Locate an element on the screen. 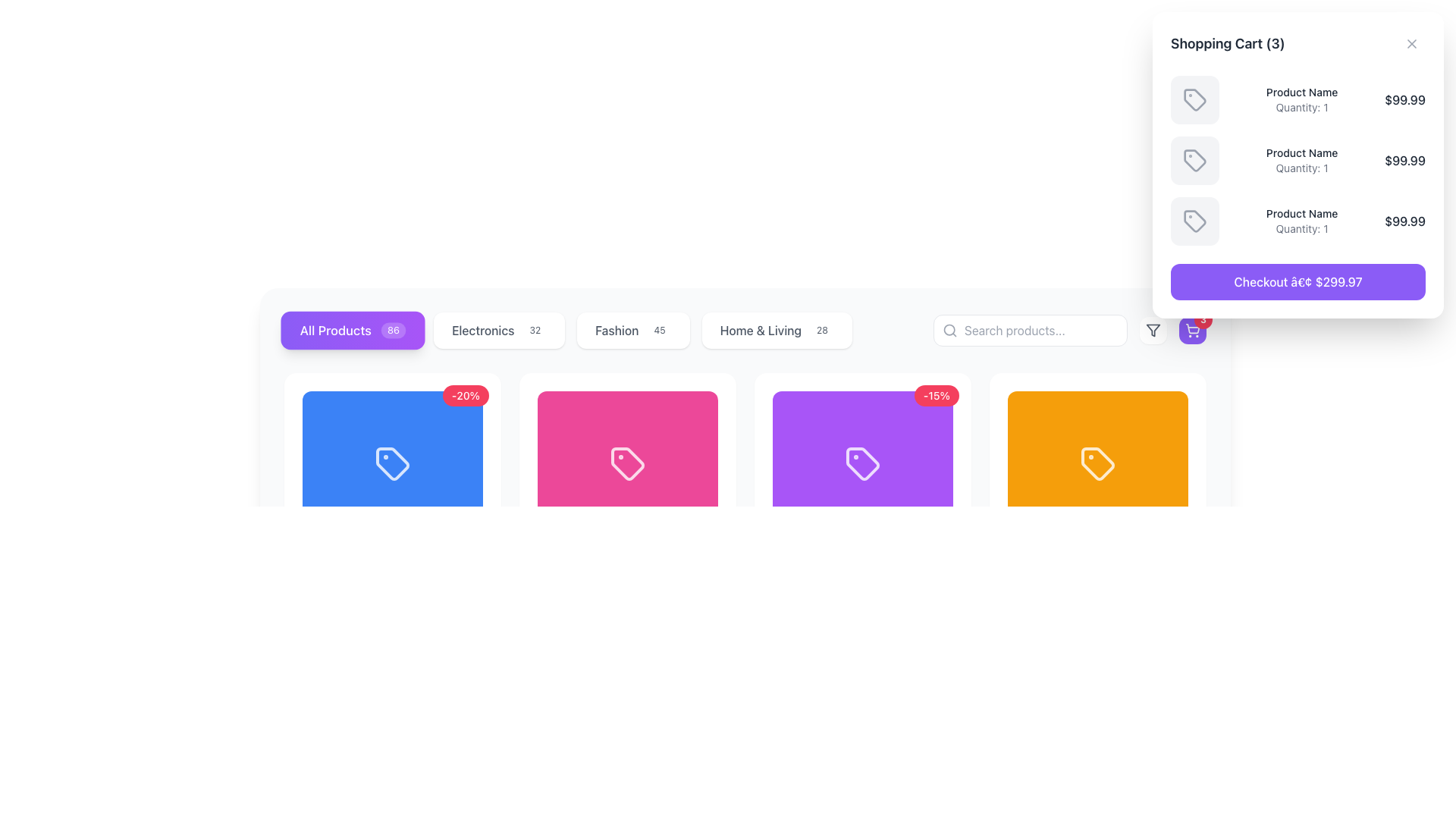 The width and height of the screenshot is (1456, 819). the static text element displaying the price of the product in the shopping cart modal, located next to 'Product Name' and 'Quantity: 1' is located at coordinates (1404, 161).